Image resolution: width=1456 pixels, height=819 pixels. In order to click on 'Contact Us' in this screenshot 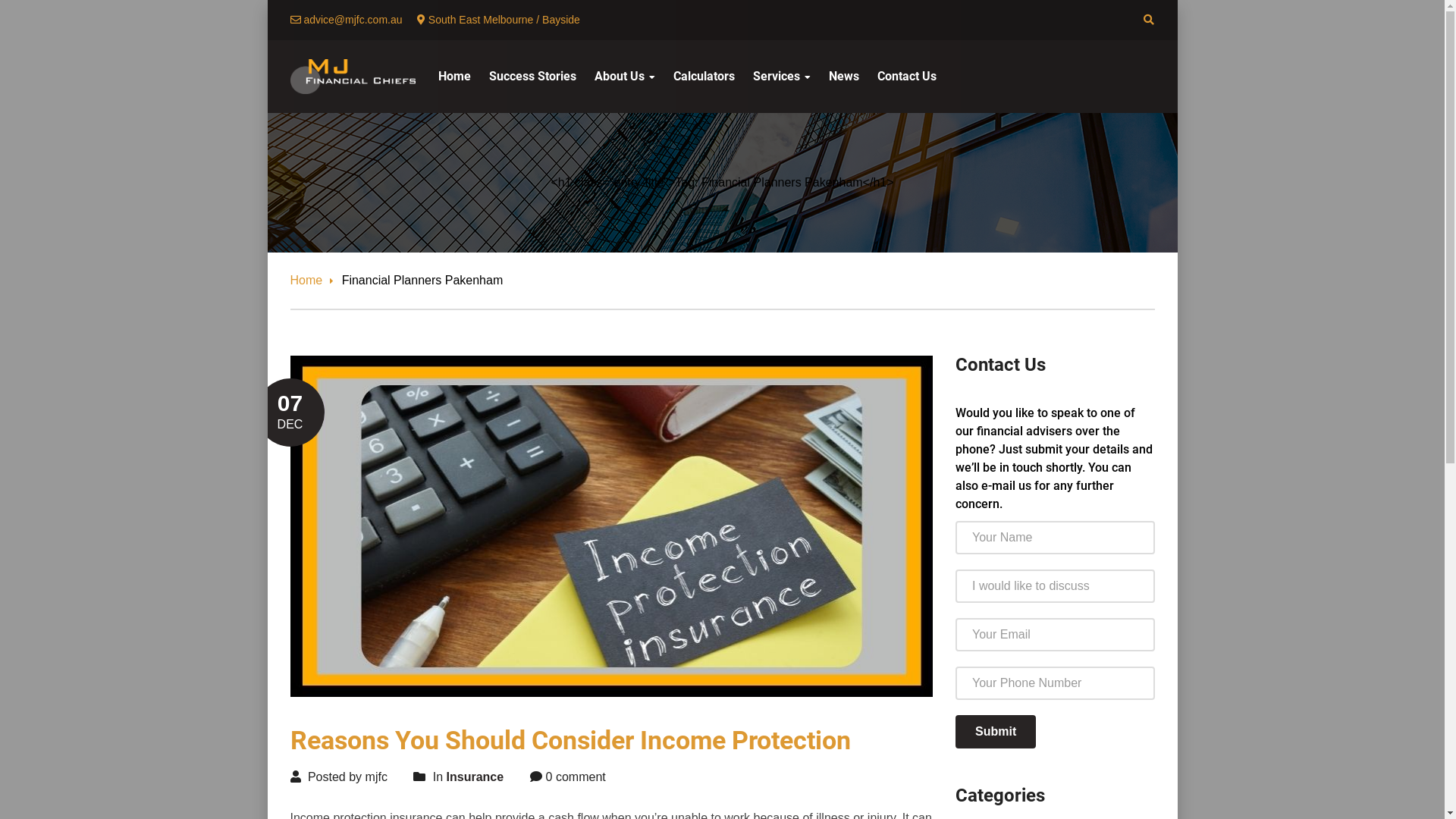, I will do `click(906, 76)`.